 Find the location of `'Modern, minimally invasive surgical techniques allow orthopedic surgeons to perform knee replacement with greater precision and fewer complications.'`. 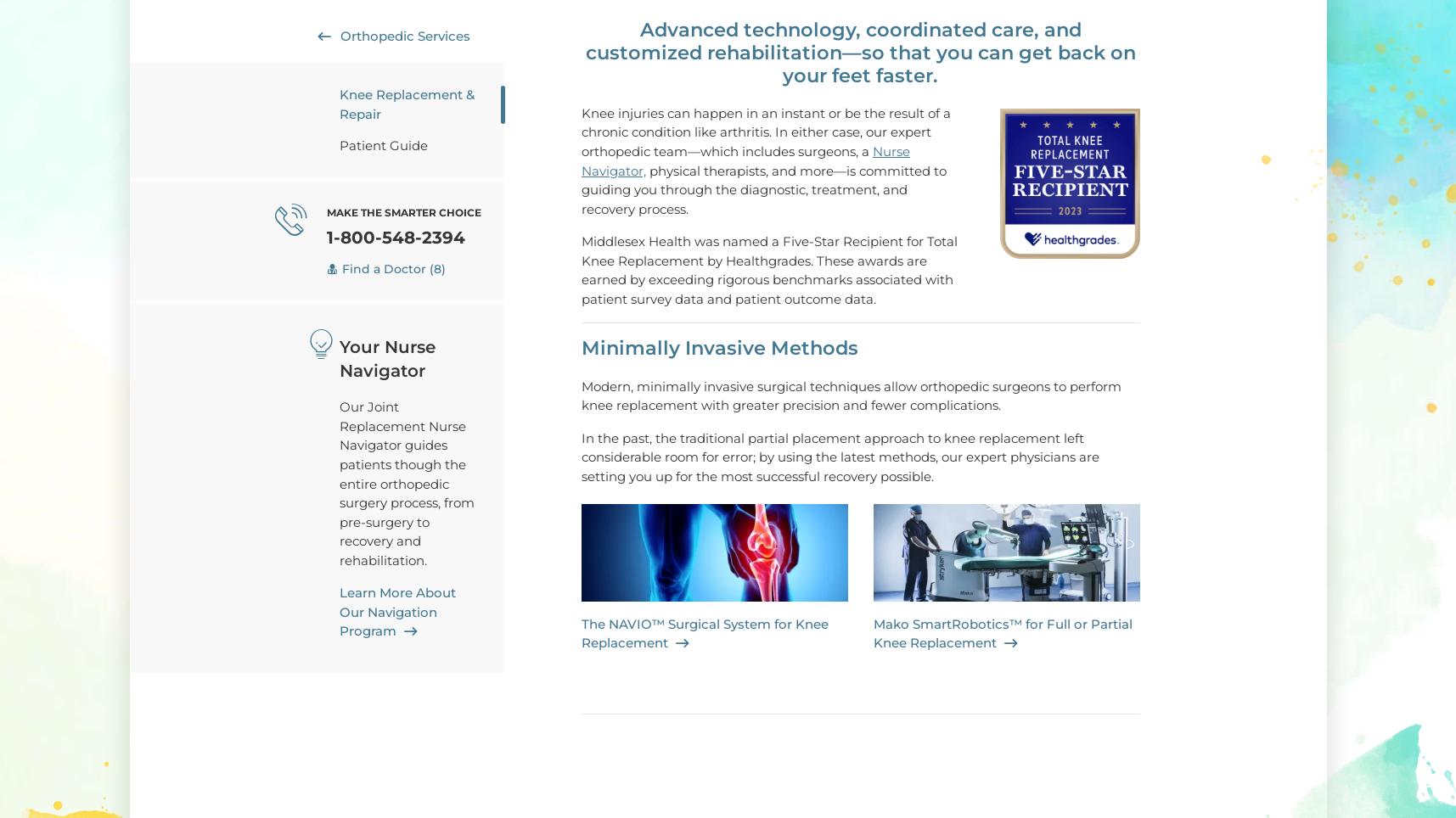

'Modern, minimally invasive surgical techniques allow orthopedic surgeons to perform knee replacement with greater precision and fewer complications.' is located at coordinates (850, 395).